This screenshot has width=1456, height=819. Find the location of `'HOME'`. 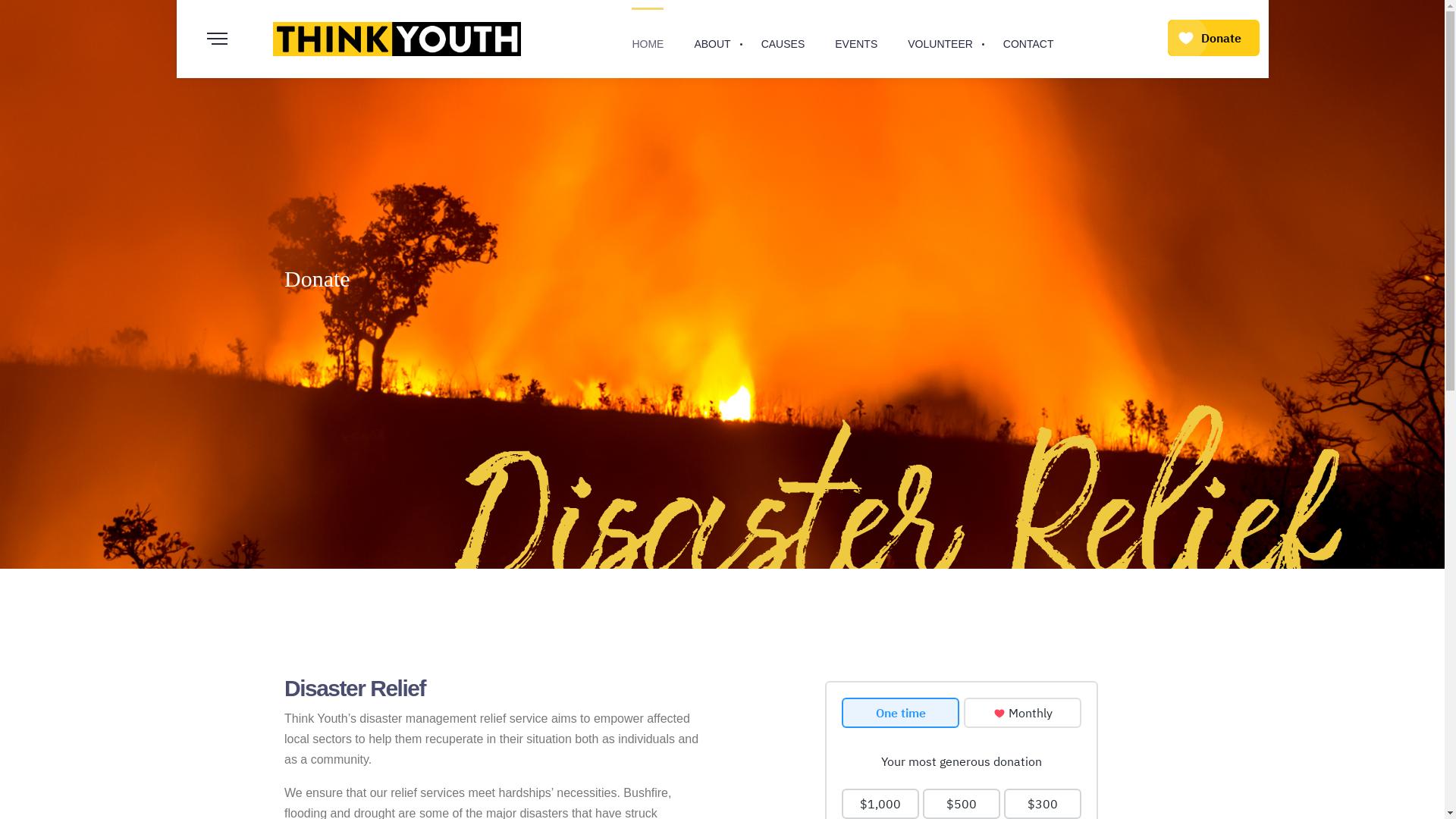

'HOME' is located at coordinates (648, 38).